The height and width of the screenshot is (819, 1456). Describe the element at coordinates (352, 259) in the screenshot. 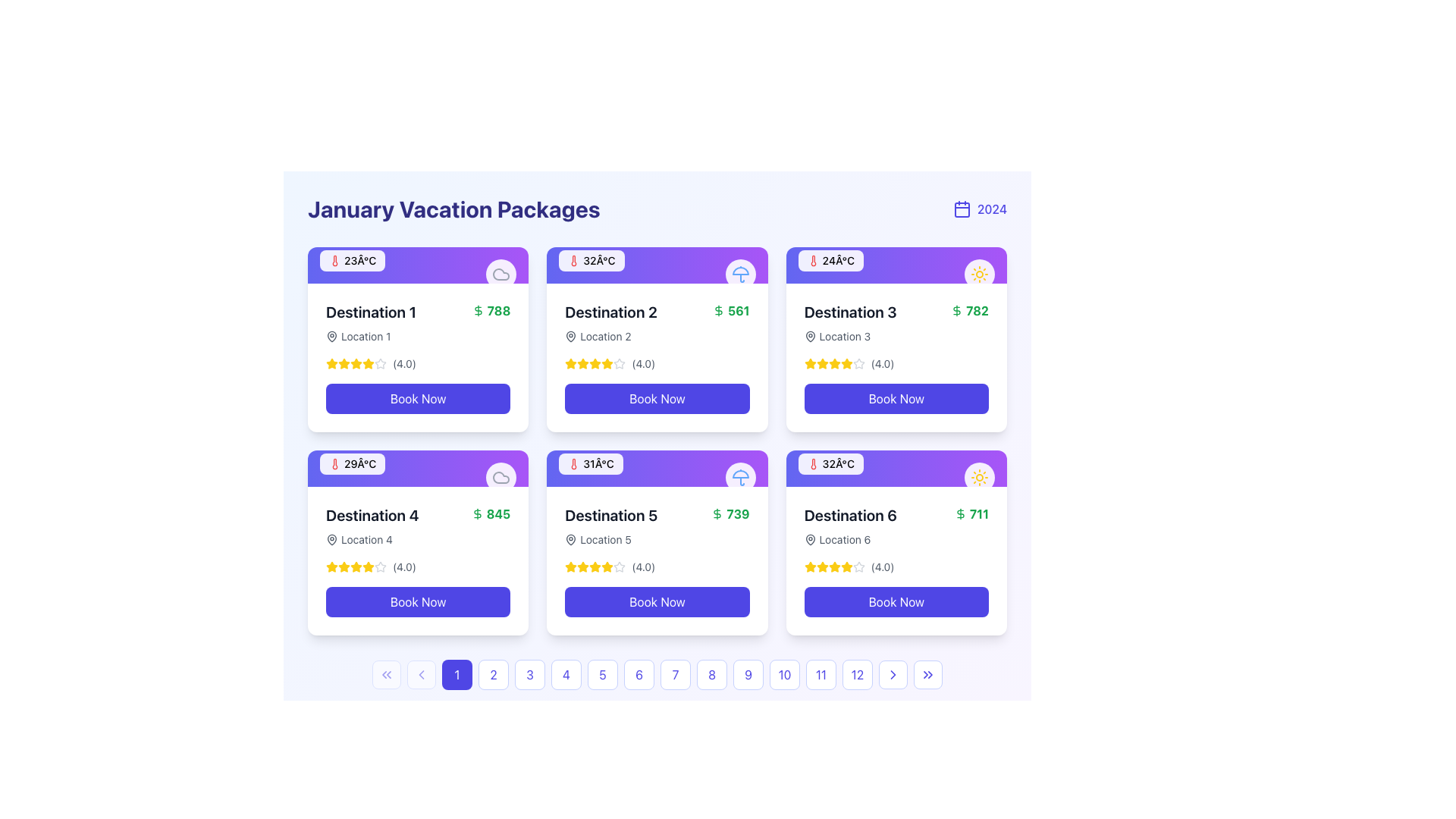

I see `the Informational indicator displaying the temperature, located in the bottom-left section of the second card in the first row of a grid of cards` at that location.